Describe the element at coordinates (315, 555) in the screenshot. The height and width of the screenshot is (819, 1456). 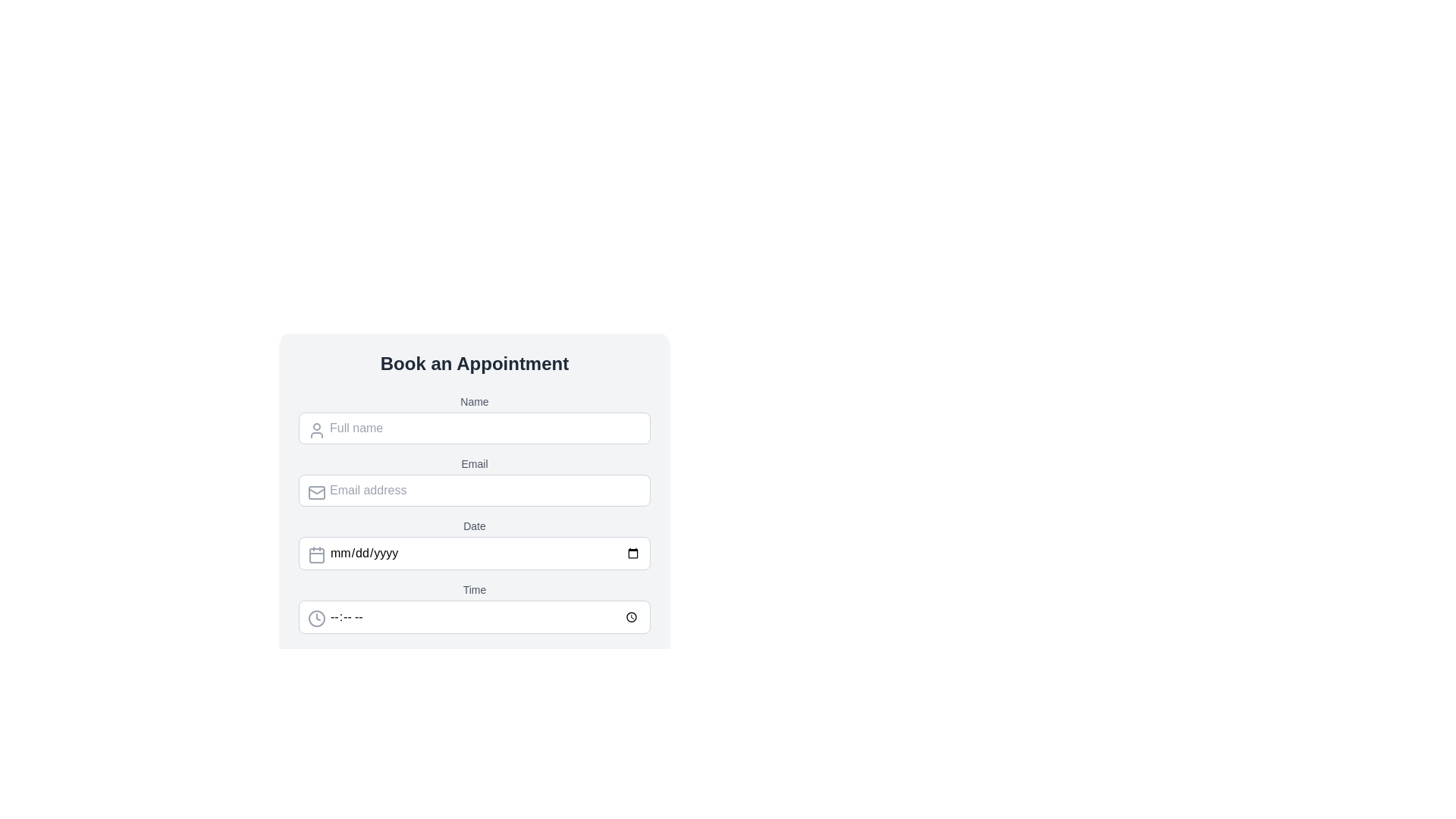
I see `the calendar icon located in the 'Date' section of the 'Book an Appointment' form` at that location.